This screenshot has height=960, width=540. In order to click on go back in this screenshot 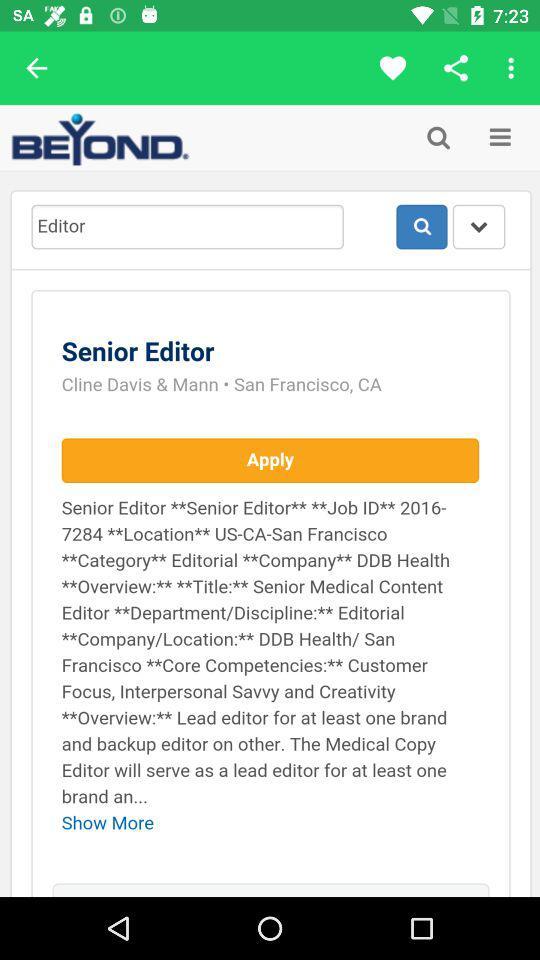, I will do `click(36, 68)`.